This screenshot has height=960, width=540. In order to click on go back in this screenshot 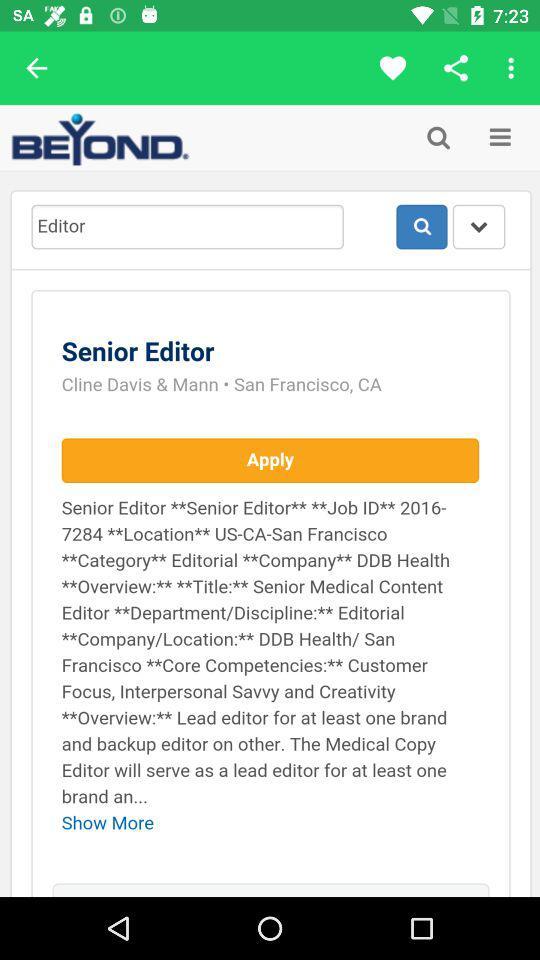, I will do `click(36, 68)`.